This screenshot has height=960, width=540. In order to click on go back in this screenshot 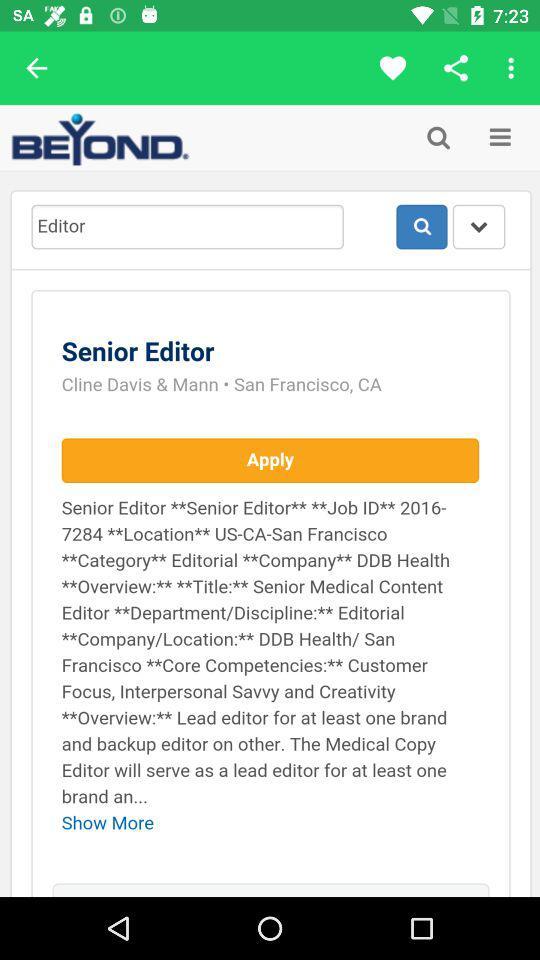, I will do `click(36, 68)`.